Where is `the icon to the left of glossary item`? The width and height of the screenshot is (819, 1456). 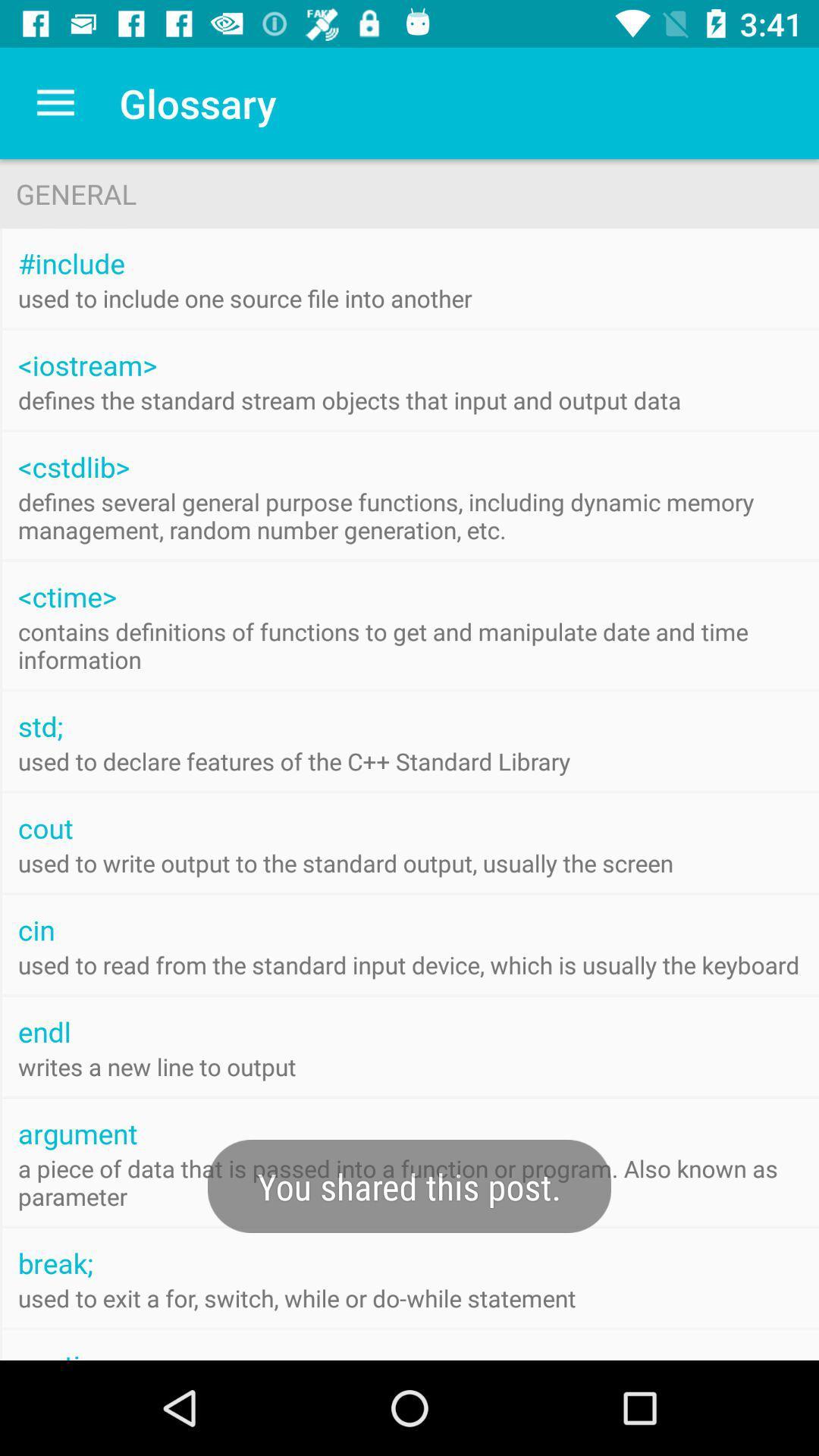 the icon to the left of glossary item is located at coordinates (55, 102).